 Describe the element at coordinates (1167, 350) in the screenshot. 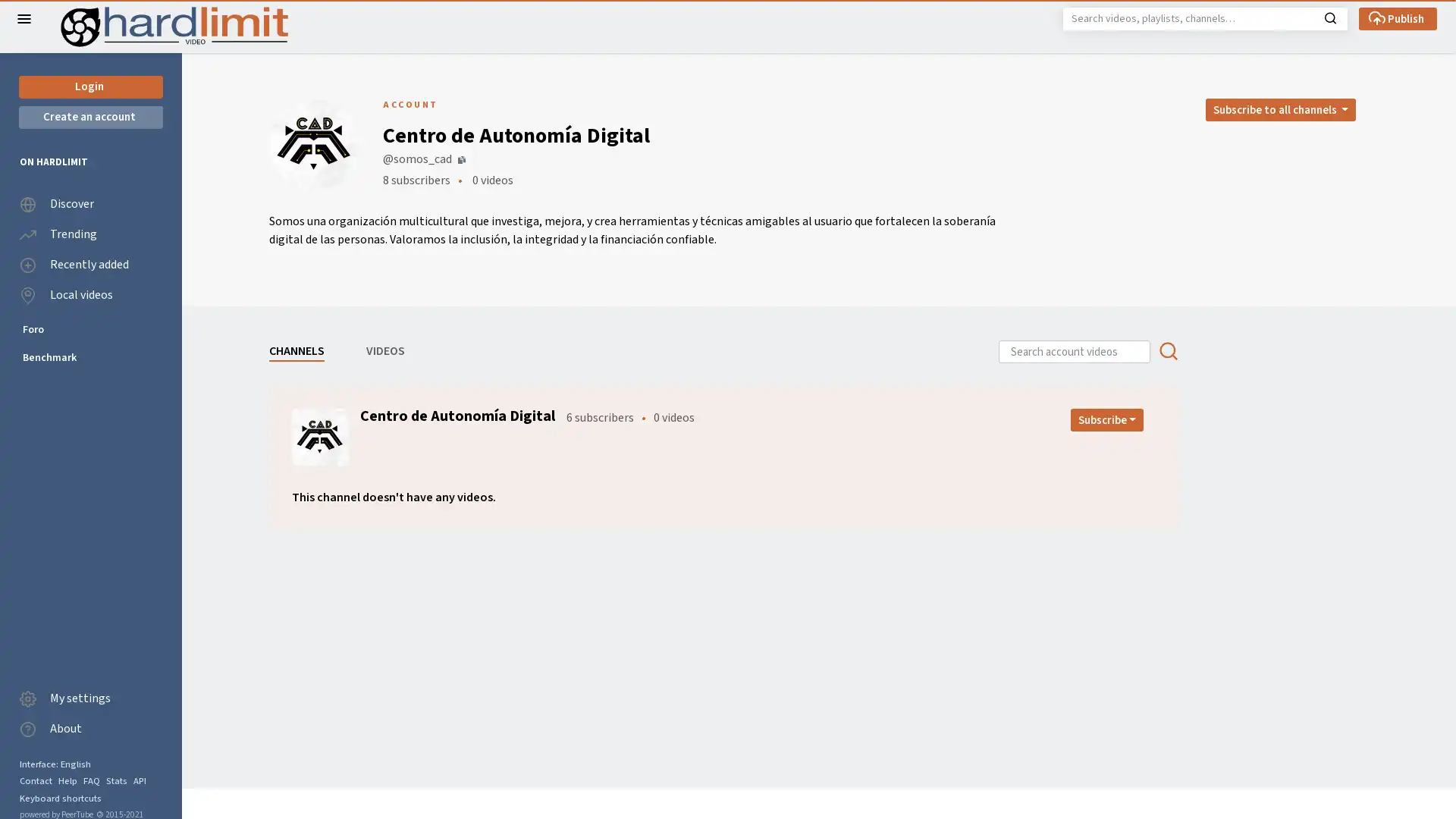

I see `Search` at that location.